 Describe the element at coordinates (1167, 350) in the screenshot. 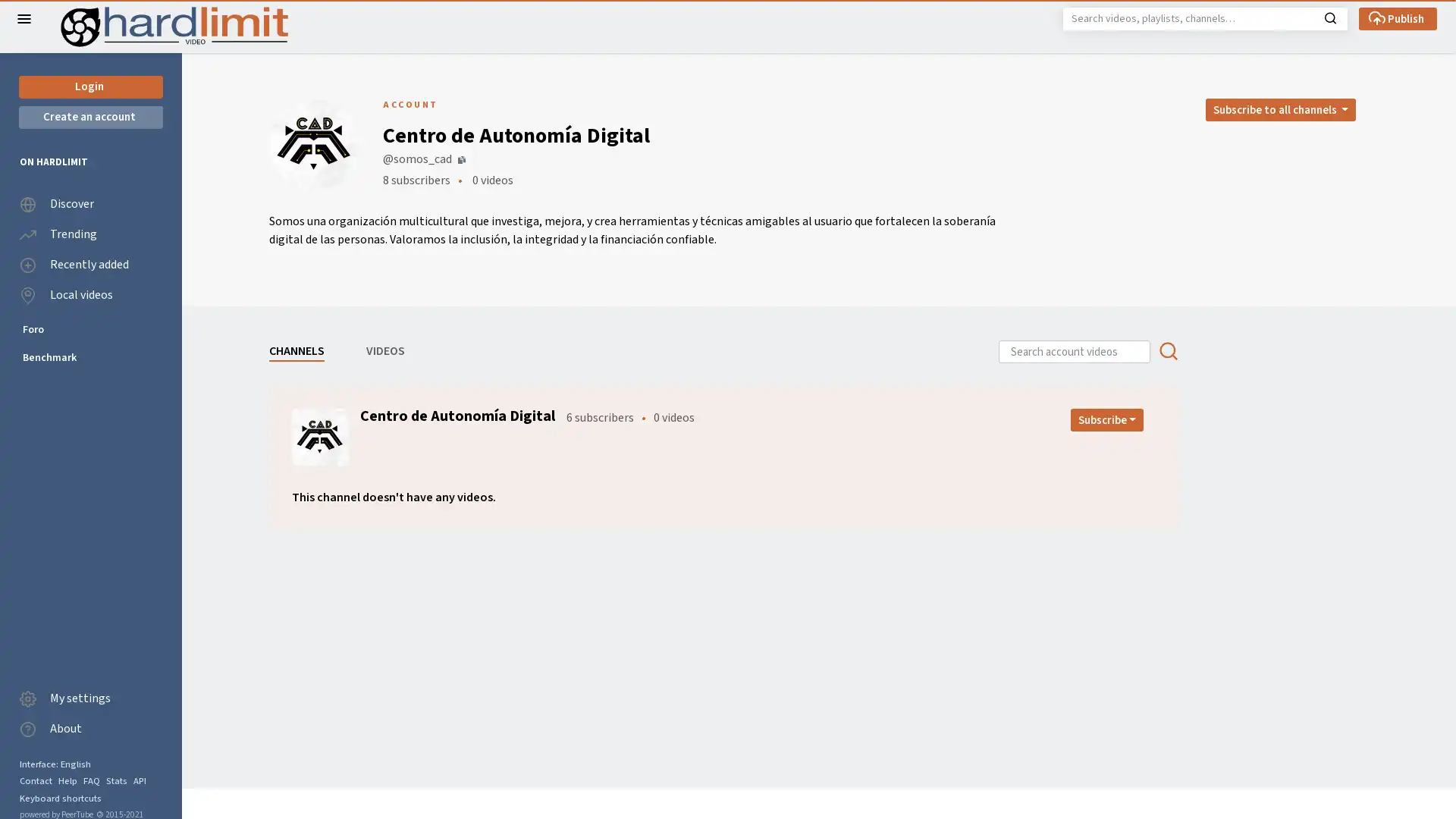

I see `Search` at that location.